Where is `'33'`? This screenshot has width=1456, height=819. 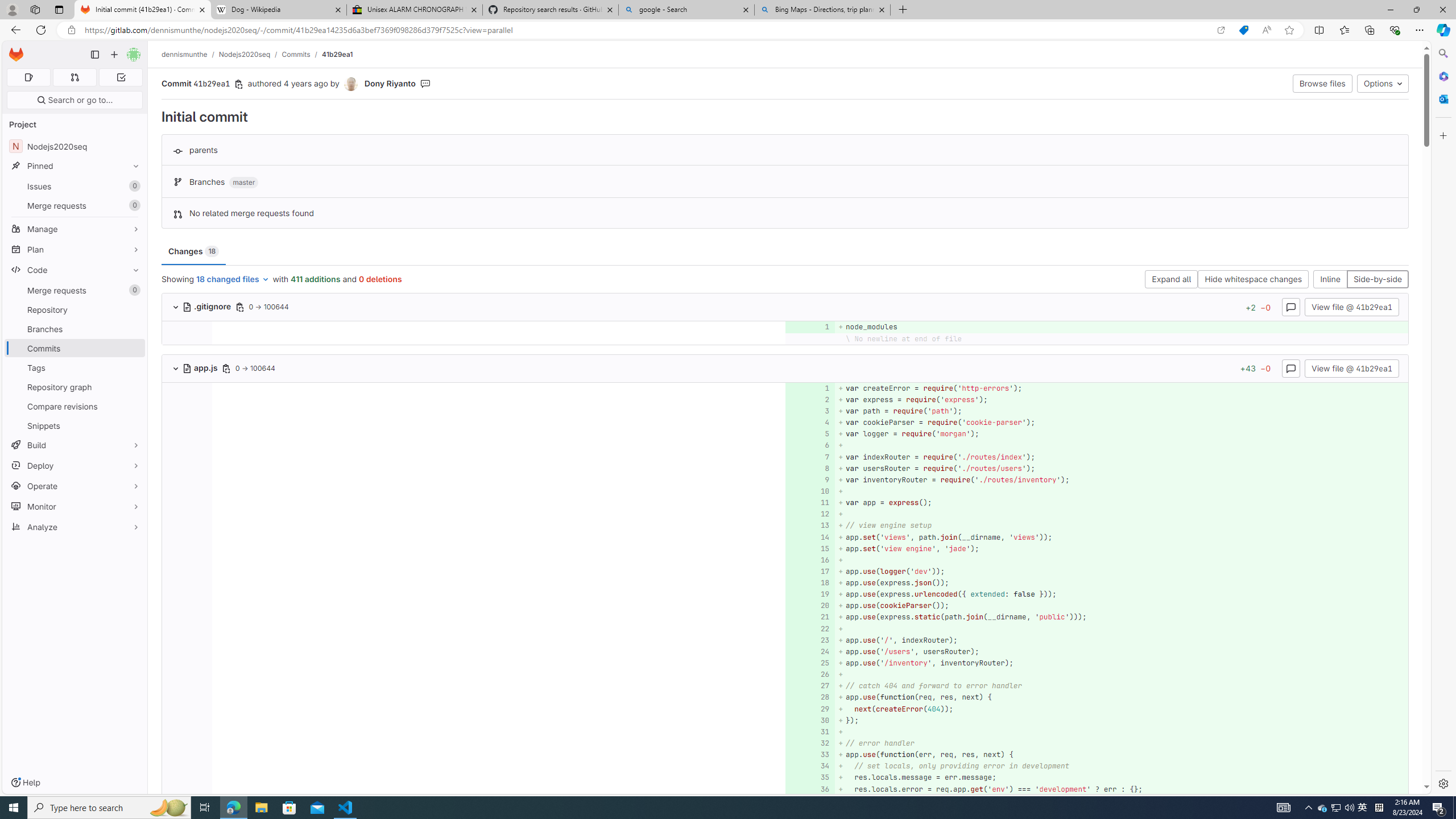
'33' is located at coordinates (809, 754).